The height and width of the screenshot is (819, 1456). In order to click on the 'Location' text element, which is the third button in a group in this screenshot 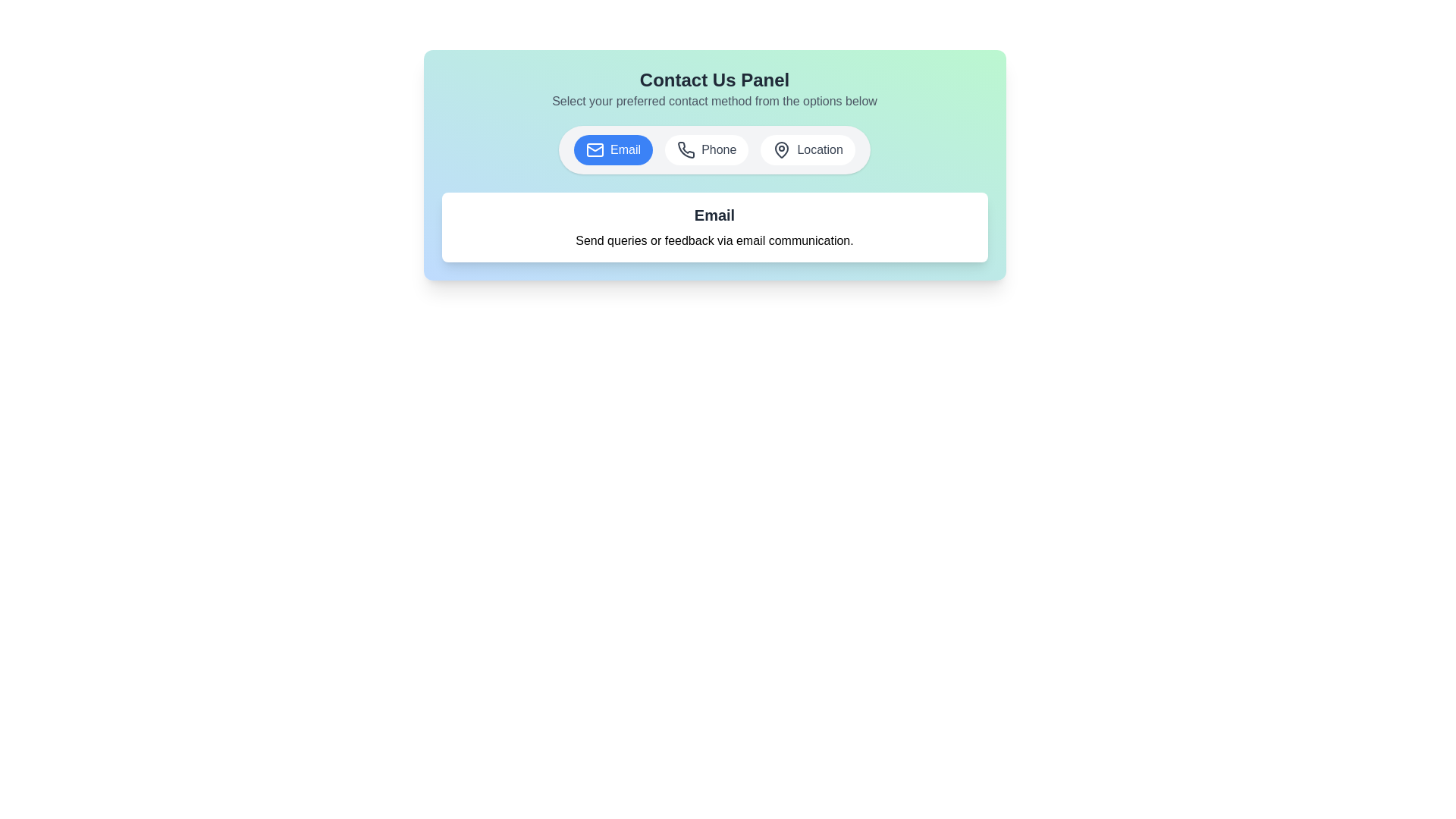, I will do `click(819, 149)`.